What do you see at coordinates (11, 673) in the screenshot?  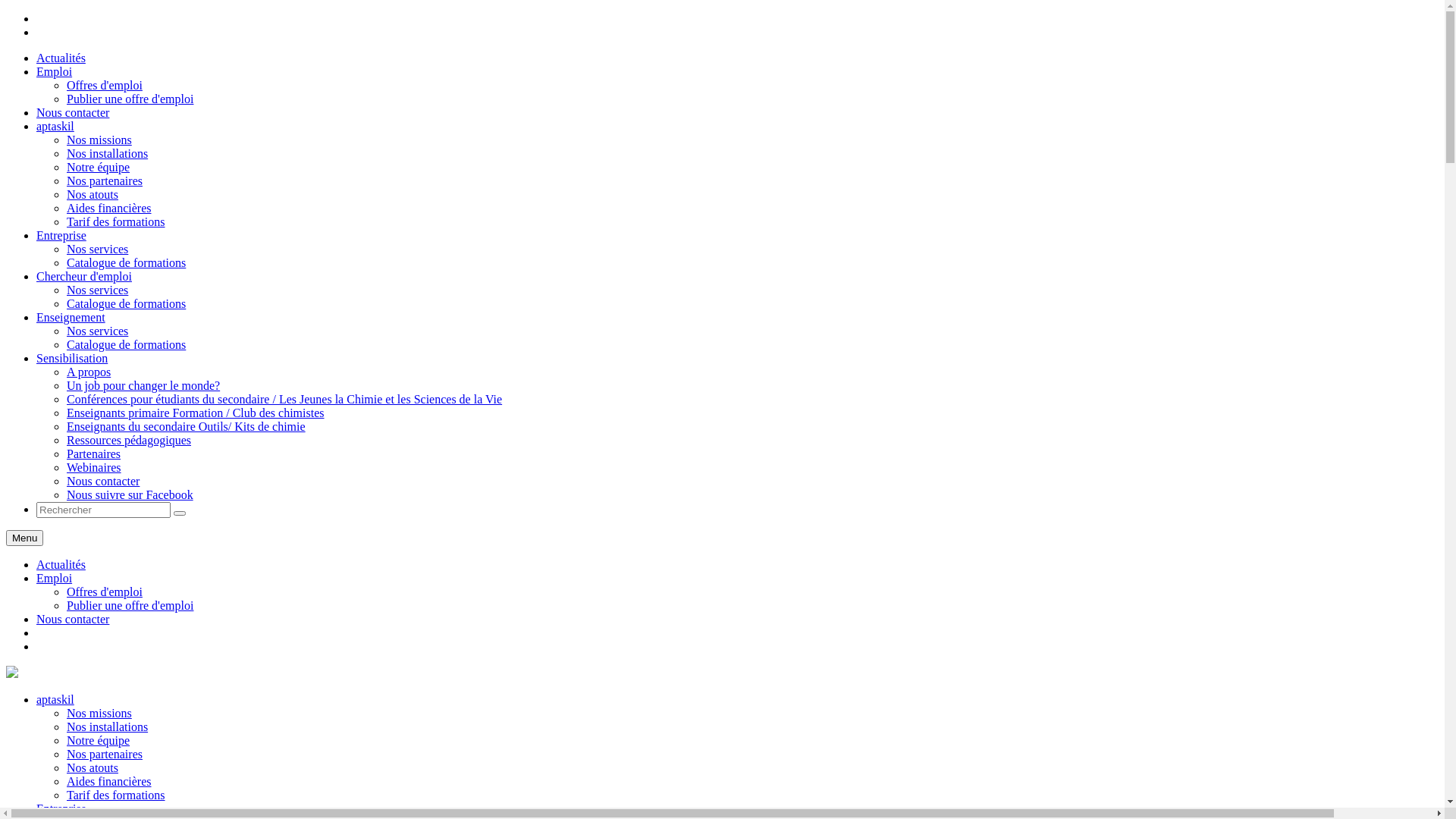 I see `'aptaskil'` at bounding box center [11, 673].